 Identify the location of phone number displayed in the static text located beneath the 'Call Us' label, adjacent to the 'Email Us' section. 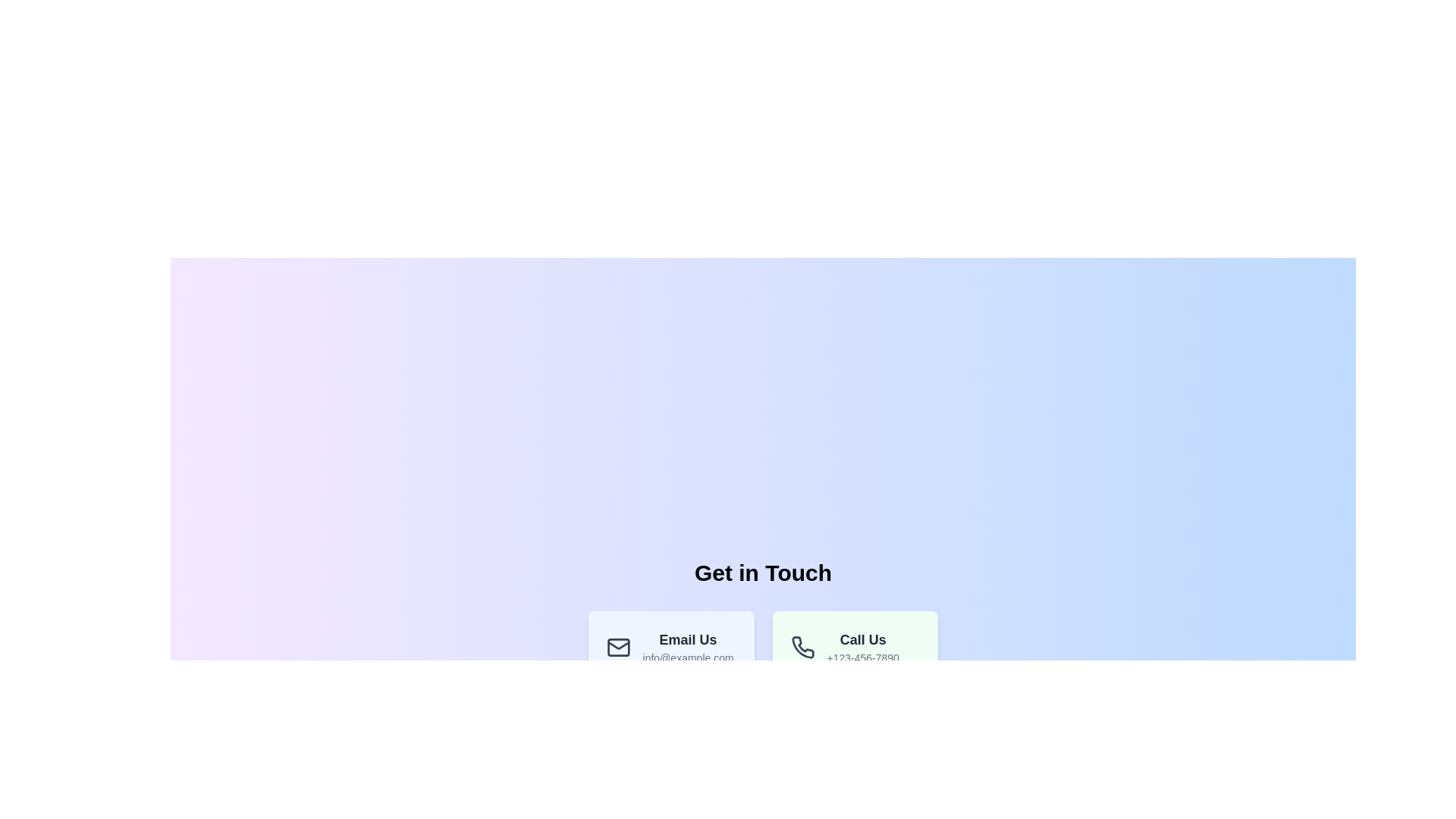
(863, 657).